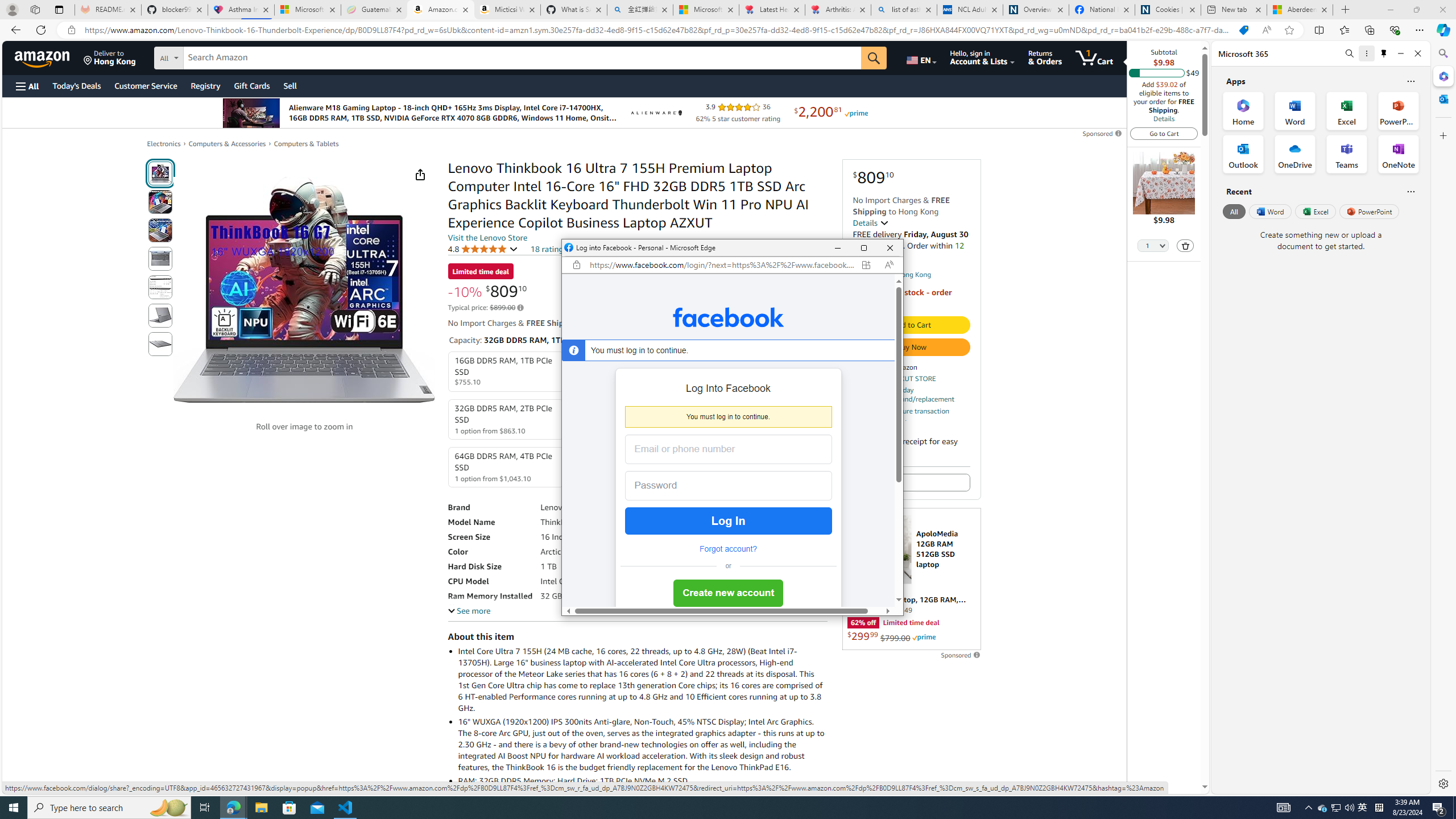  Describe the element at coordinates (306, 143) in the screenshot. I see `'Computers & Tablets'` at that location.